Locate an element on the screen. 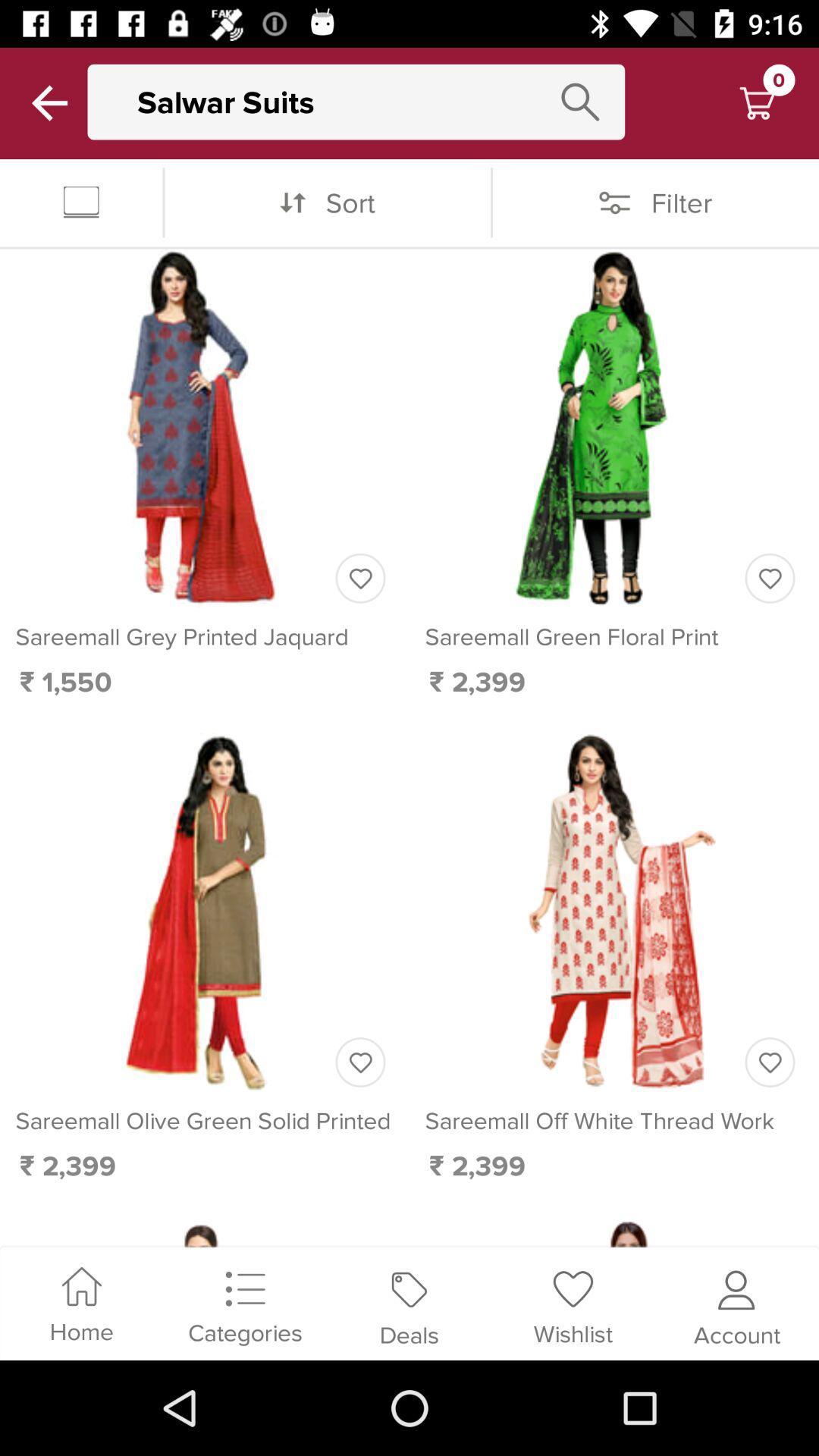 The width and height of the screenshot is (819, 1456). check items in your cart is located at coordinates (757, 102).